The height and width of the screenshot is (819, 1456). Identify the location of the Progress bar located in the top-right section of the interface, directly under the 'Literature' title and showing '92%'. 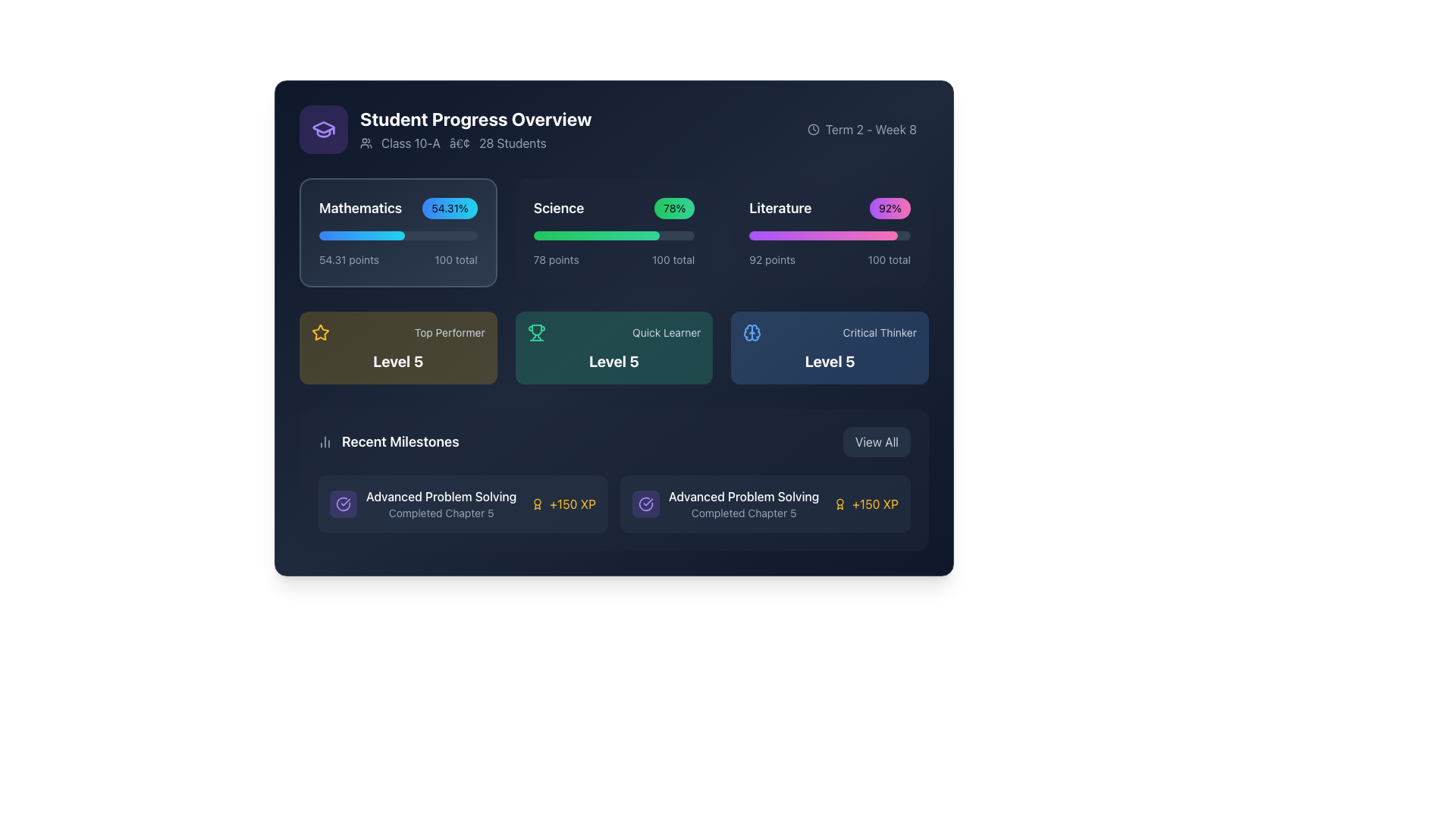
(823, 236).